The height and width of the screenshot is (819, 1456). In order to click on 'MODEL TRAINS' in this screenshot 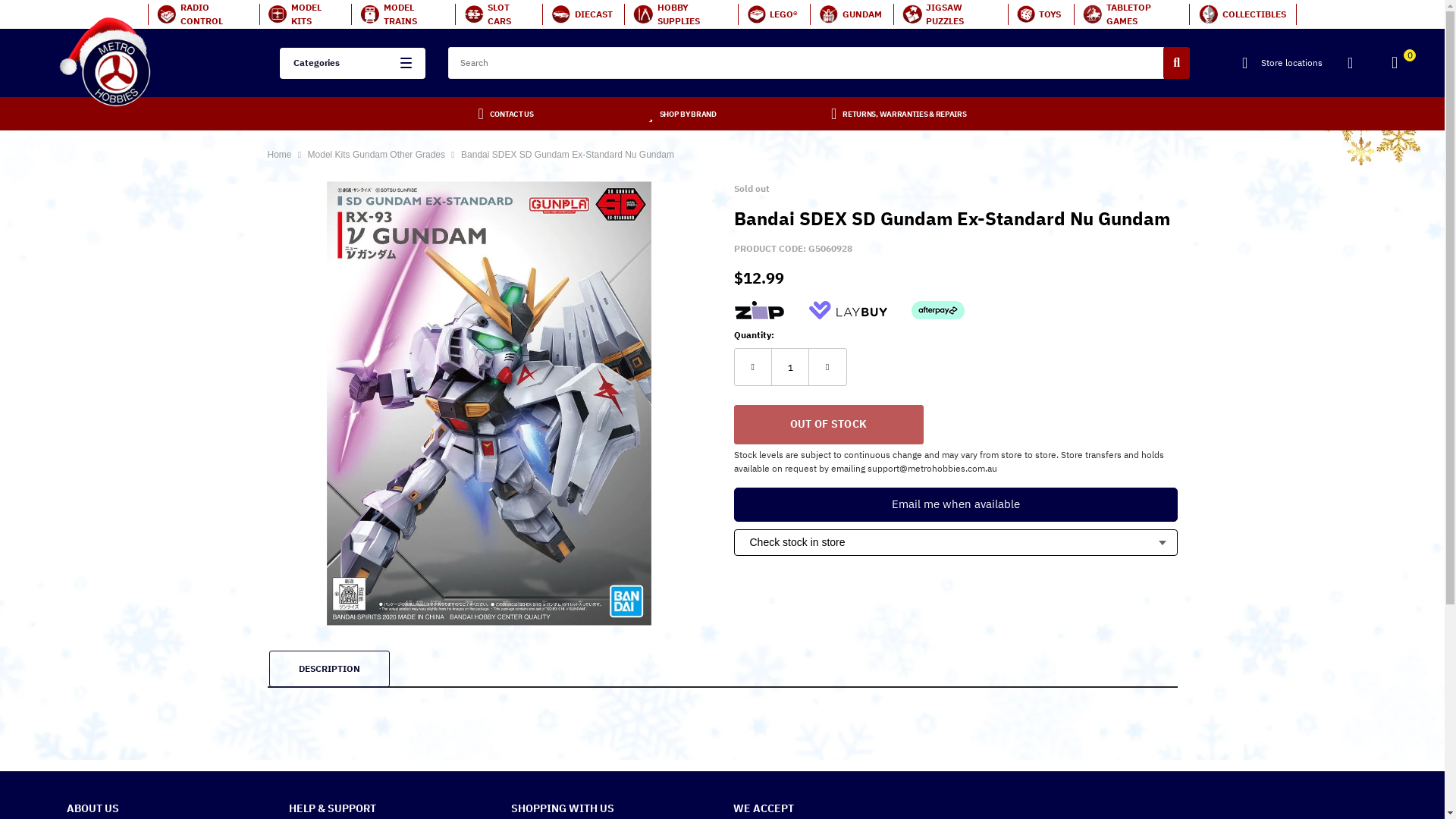, I will do `click(403, 14)`.